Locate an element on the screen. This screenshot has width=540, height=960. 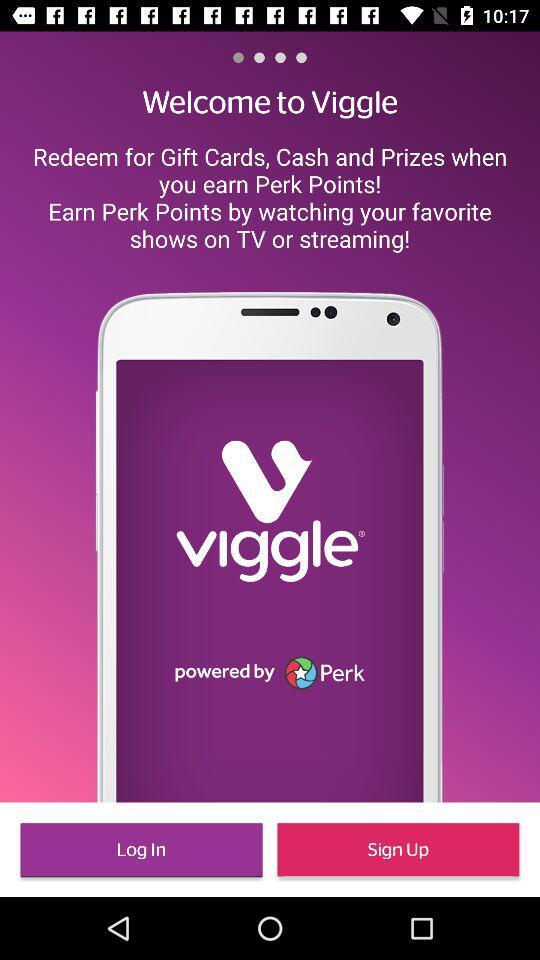
the item at the bottom right corner is located at coordinates (398, 848).